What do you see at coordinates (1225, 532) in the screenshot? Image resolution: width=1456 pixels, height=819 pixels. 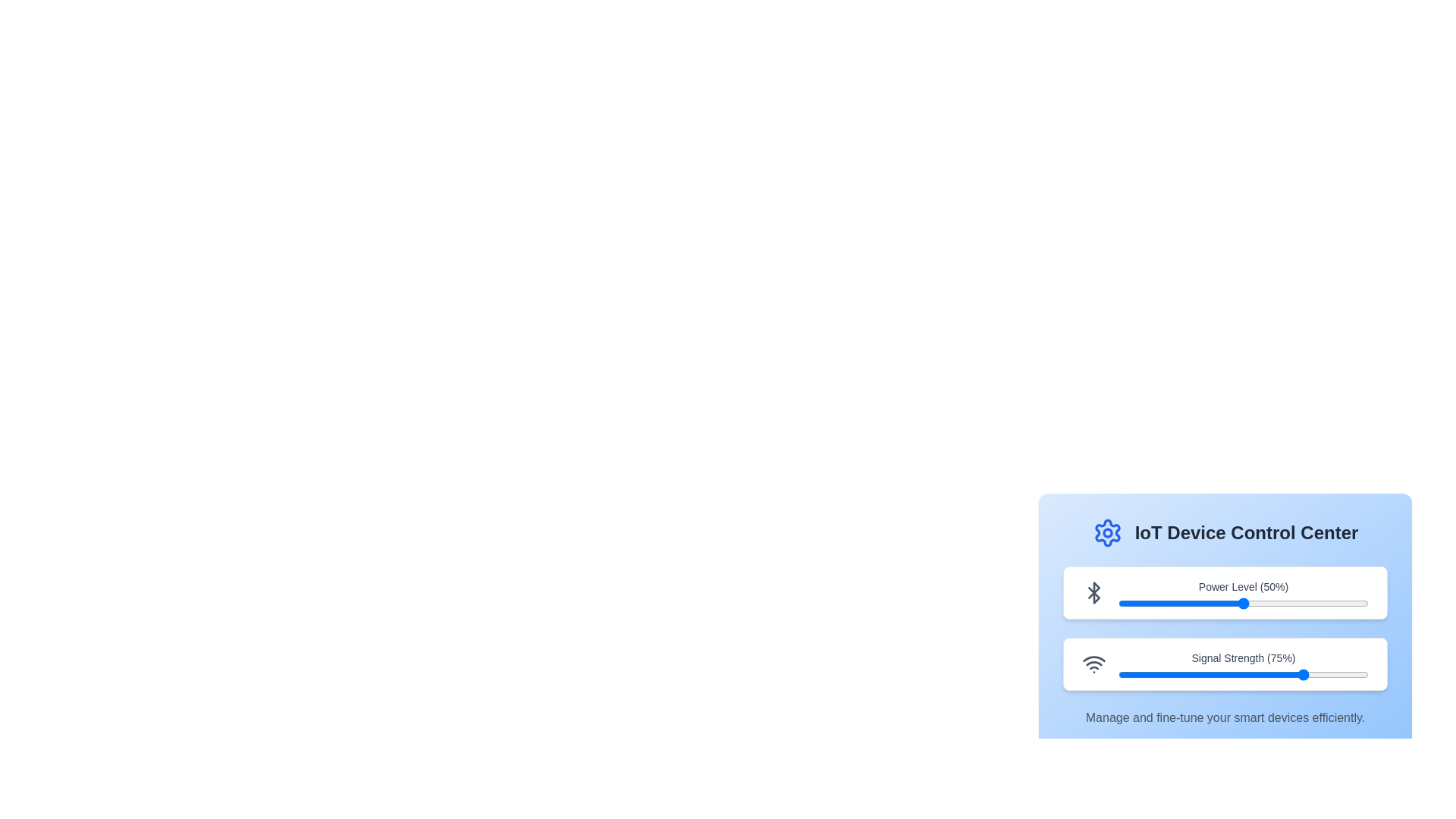 I see `the 'IoT Device Control Center' text` at bounding box center [1225, 532].